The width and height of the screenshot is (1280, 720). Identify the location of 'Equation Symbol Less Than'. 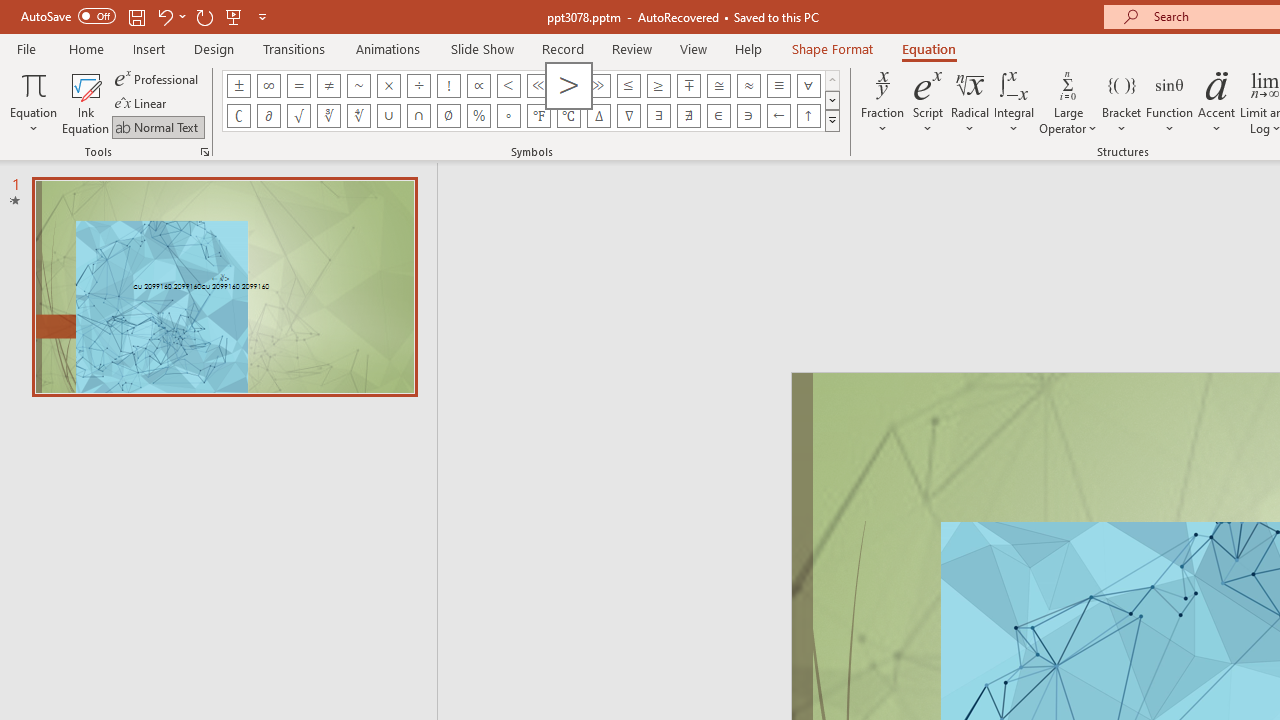
(508, 85).